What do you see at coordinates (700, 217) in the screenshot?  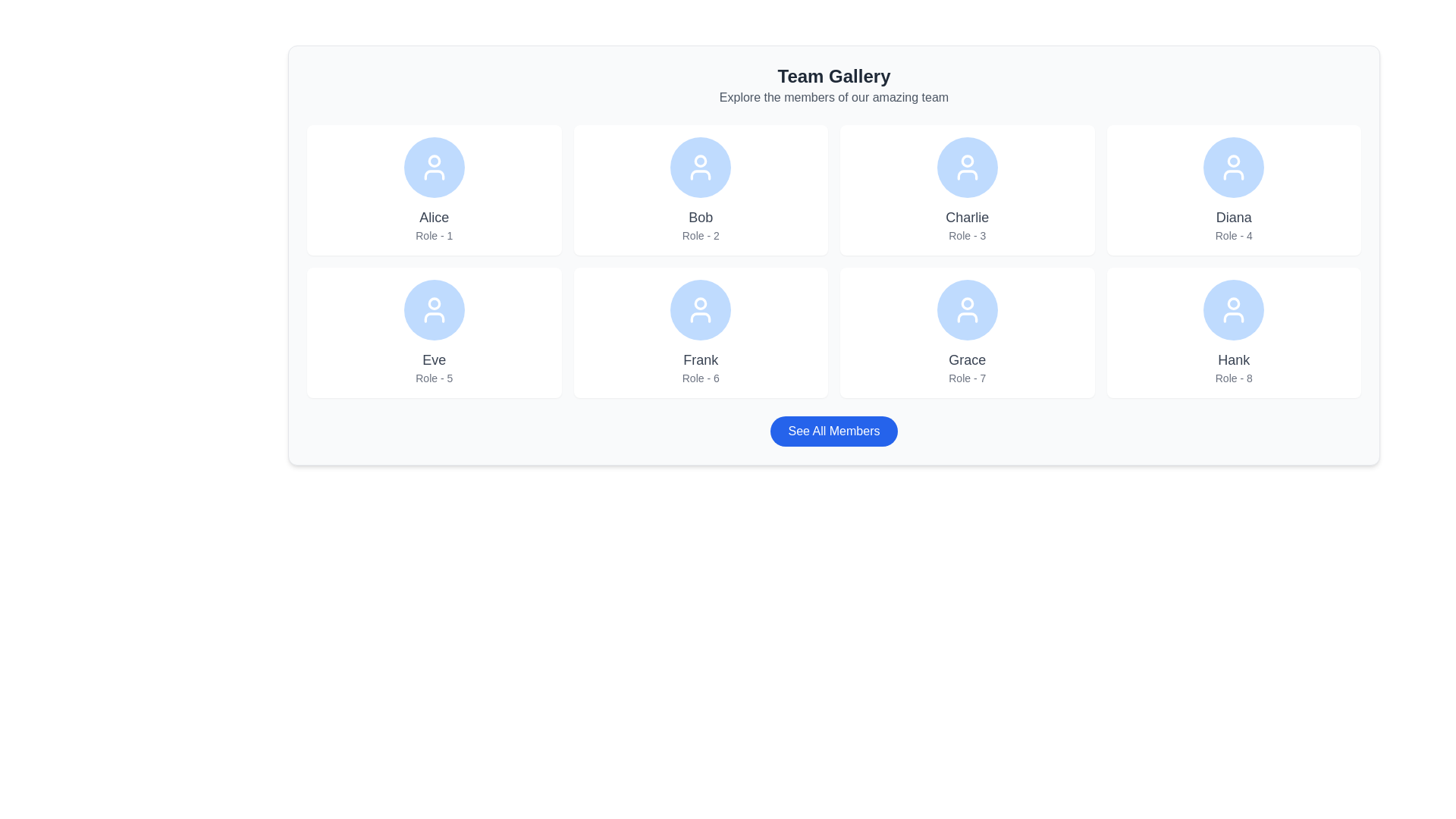 I see `text of the label displaying the name 'Bob' located in the card labeled 'Role - 2' in the second column of the top row of a grid layout, positioned above the role description text and below a circular avatar icon` at bounding box center [700, 217].